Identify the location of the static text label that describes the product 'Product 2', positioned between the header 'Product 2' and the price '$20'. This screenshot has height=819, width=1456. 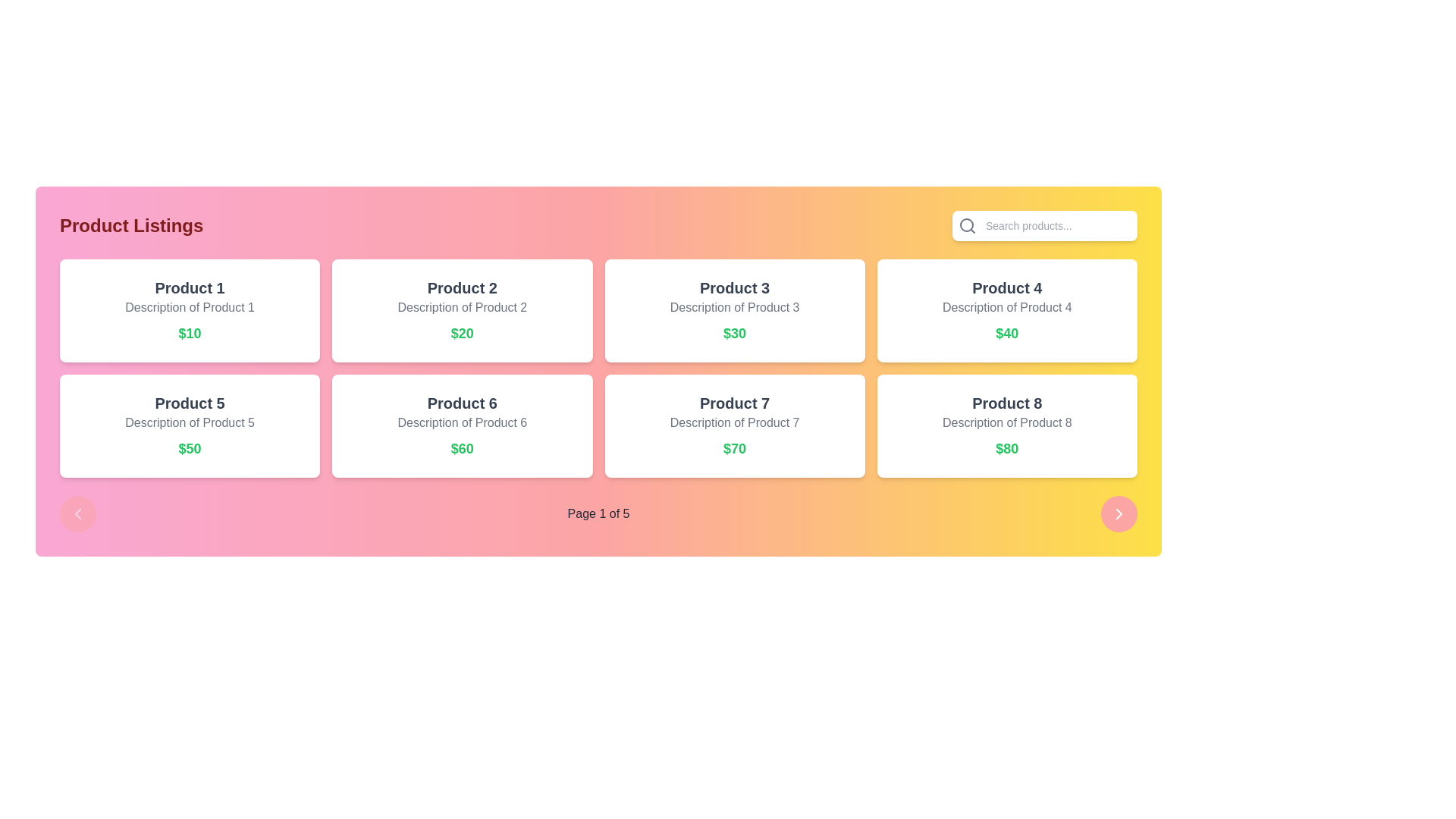
(461, 307).